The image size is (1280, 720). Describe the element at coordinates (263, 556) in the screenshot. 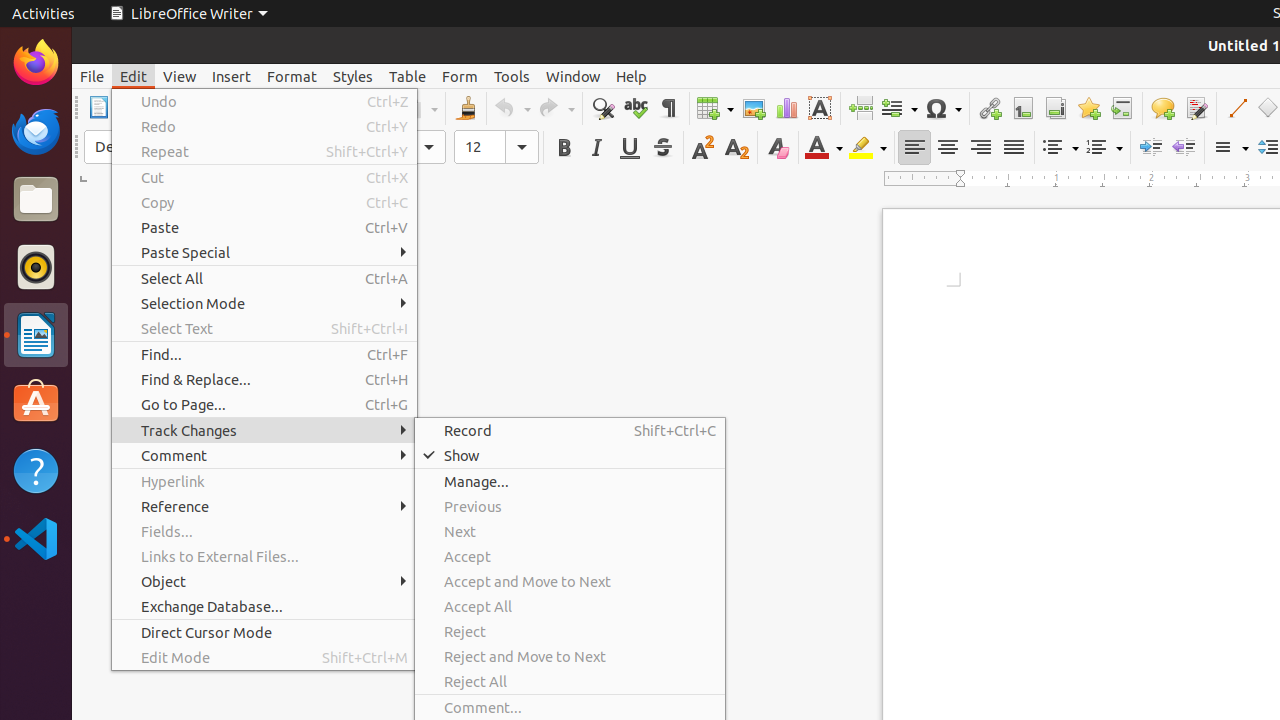

I see `'Links to External Files...'` at that location.